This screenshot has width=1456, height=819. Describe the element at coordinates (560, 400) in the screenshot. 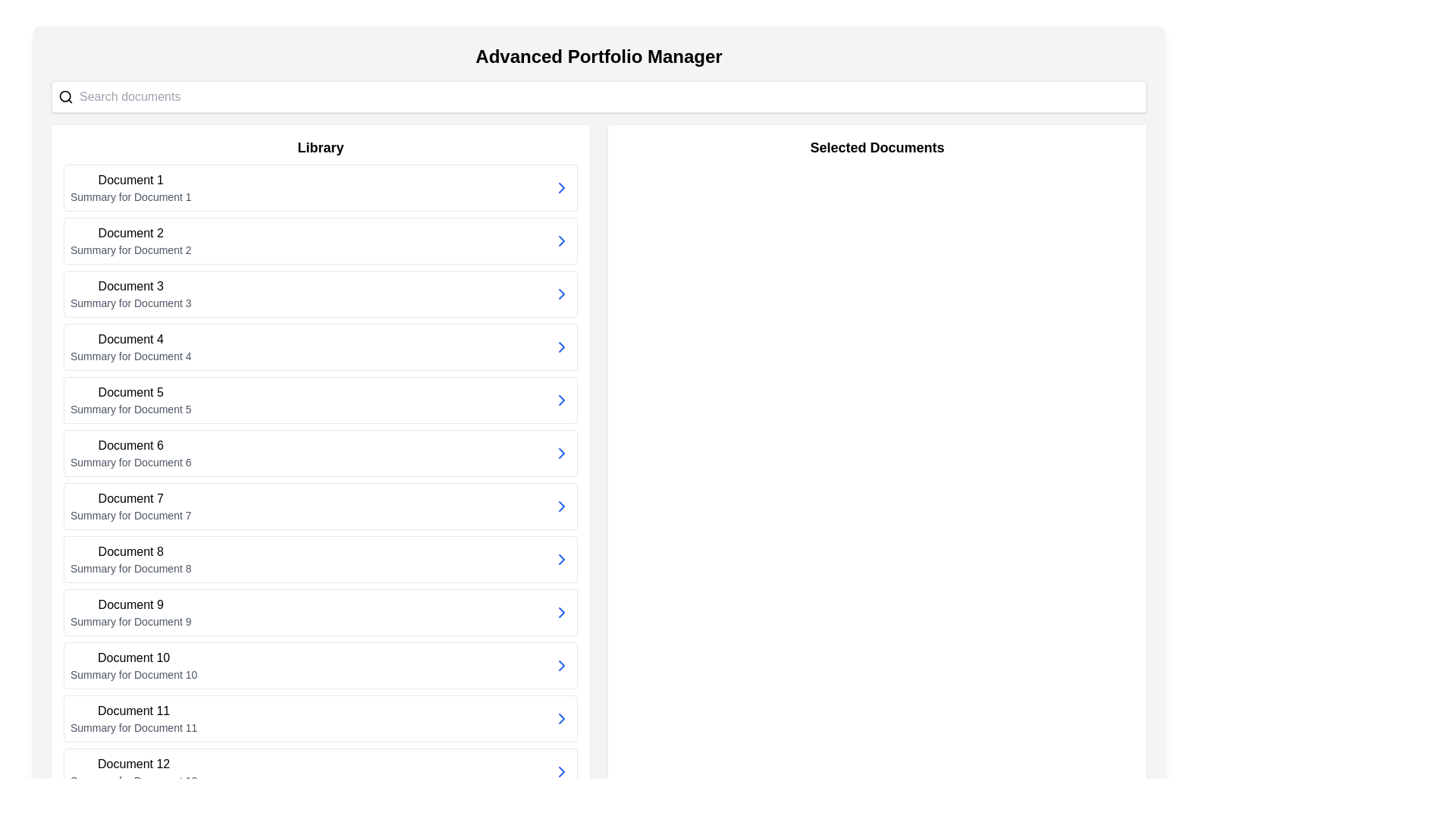

I see `the arrow button located on the far-right margin of the fifth item in the scrolling list under the 'Library' section` at that location.